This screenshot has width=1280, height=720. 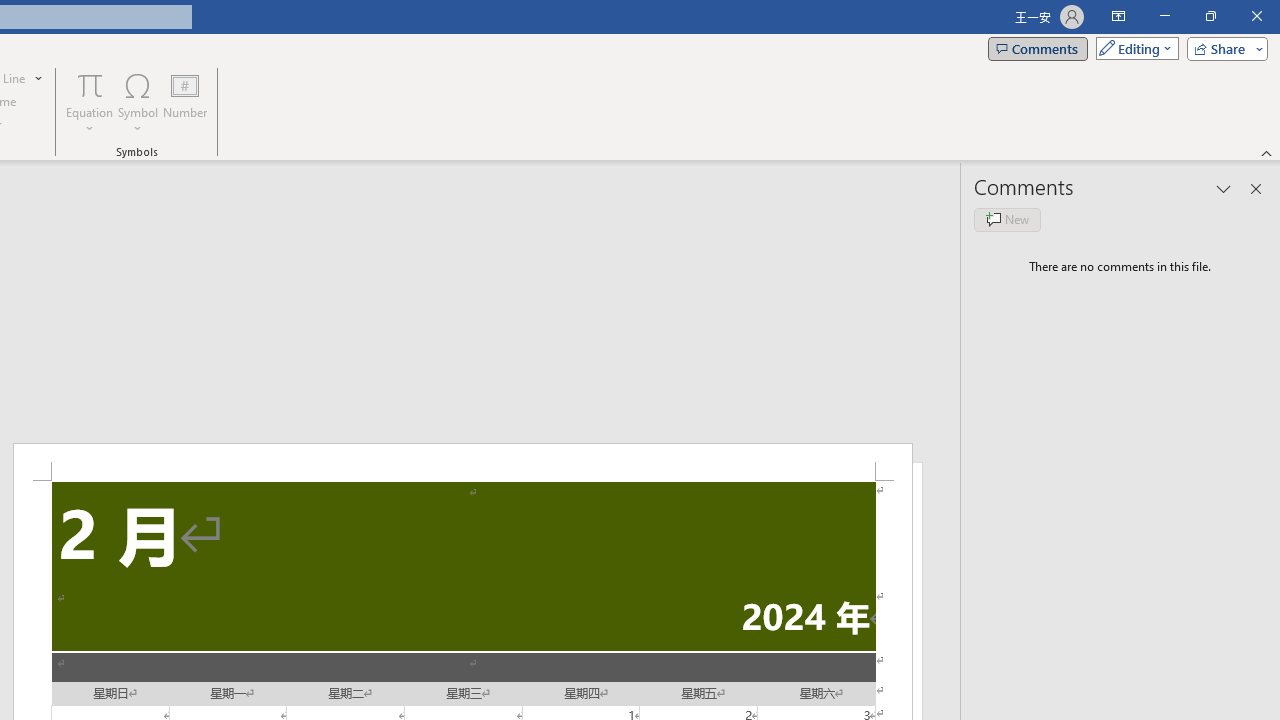 I want to click on 'Restore Down', so click(x=1209, y=16).